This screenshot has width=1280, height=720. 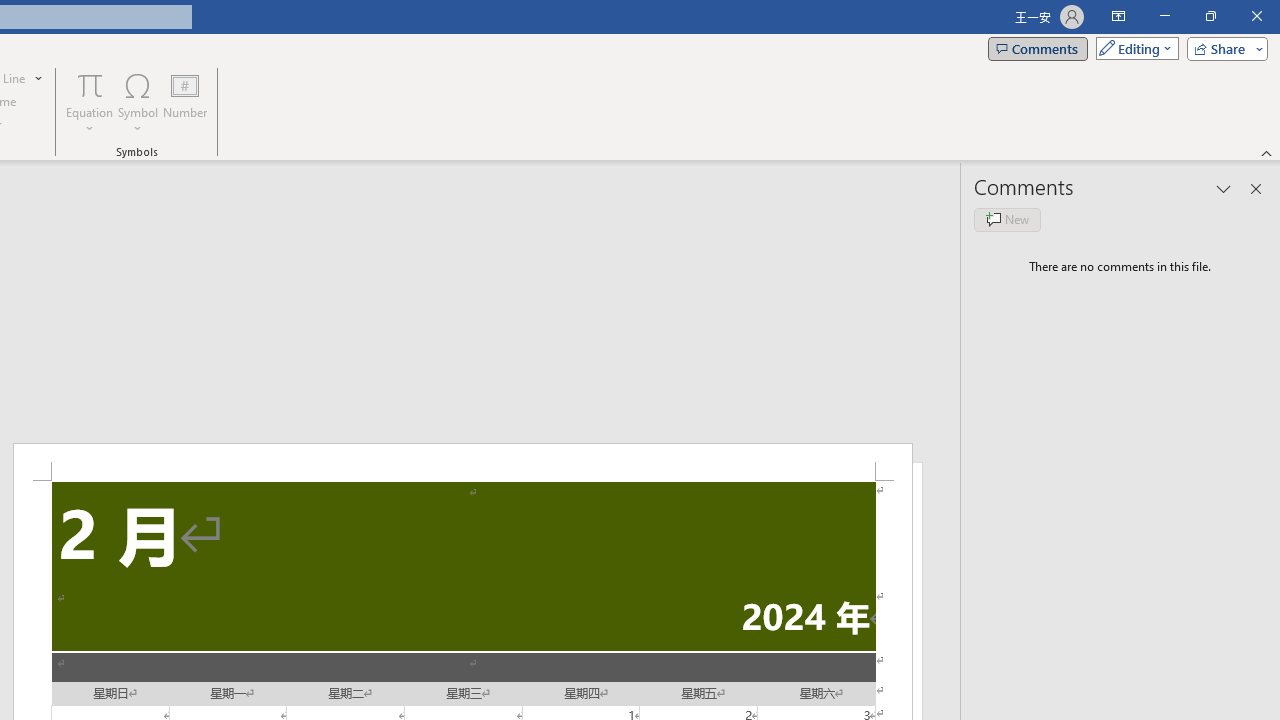 I want to click on 'Restore Down', so click(x=1209, y=16).